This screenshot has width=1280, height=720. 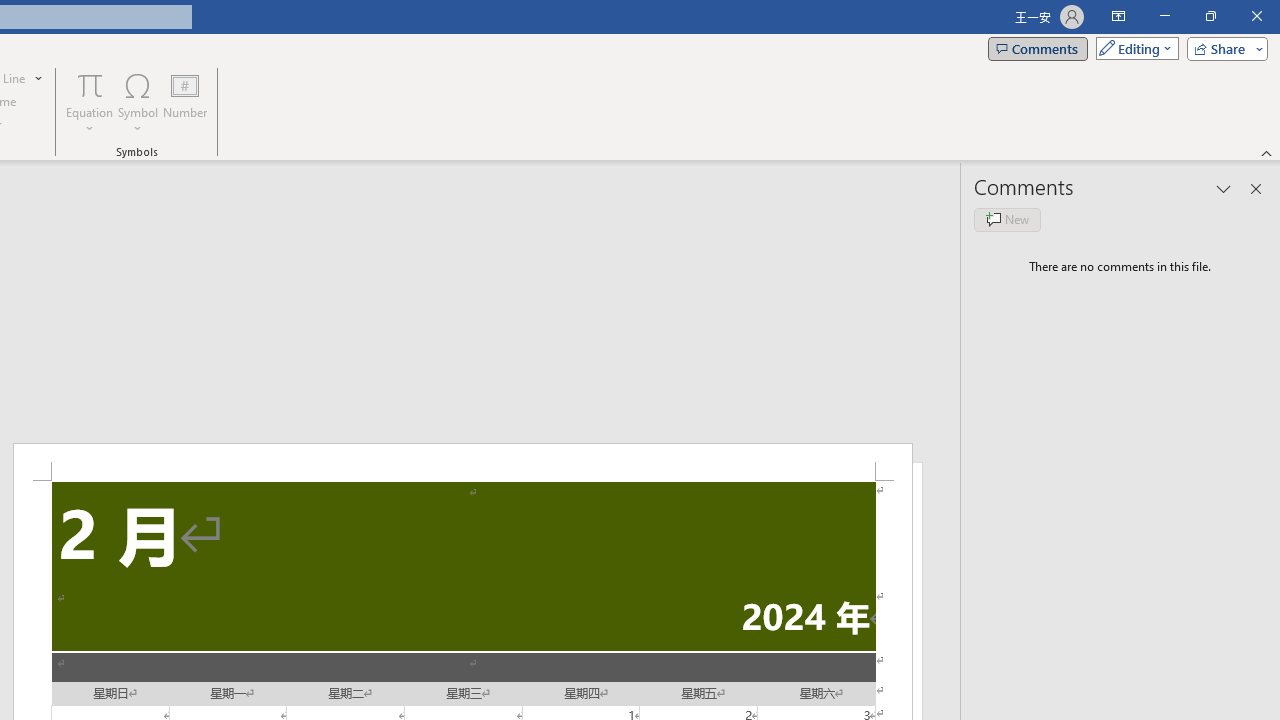 I want to click on 'Restore Down', so click(x=1209, y=16).